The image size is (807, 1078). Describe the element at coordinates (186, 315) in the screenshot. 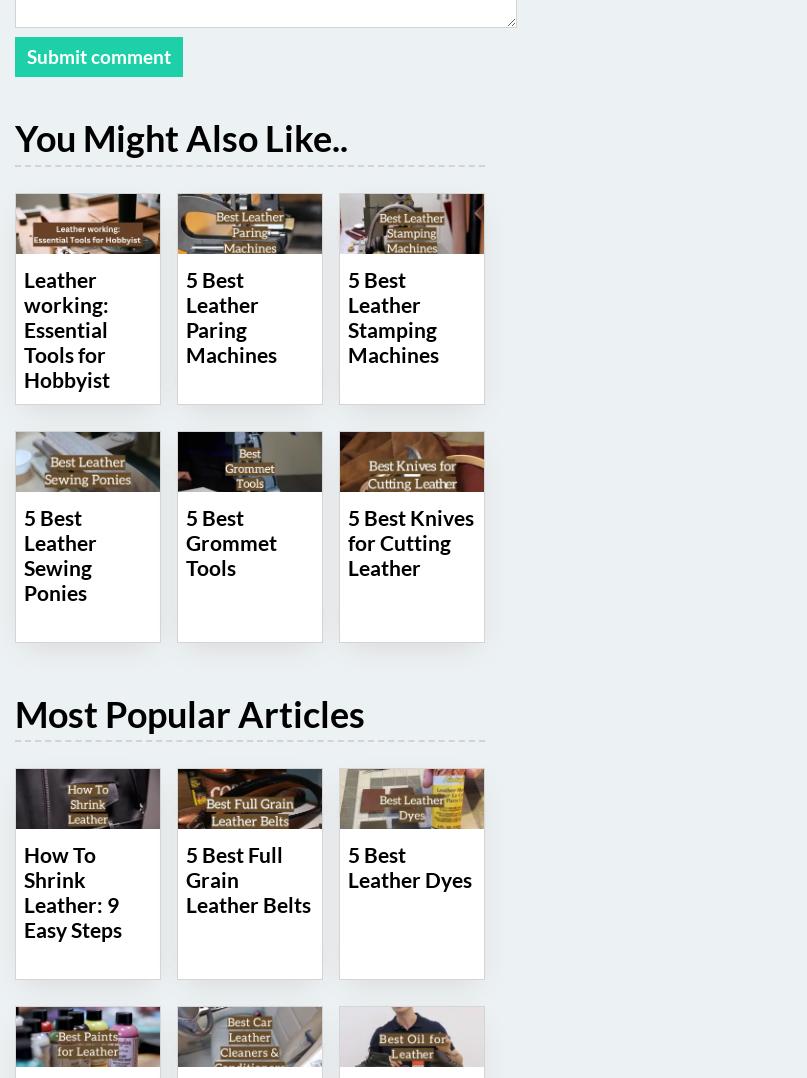

I see `'5 Best Leather Paring Machines'` at that location.